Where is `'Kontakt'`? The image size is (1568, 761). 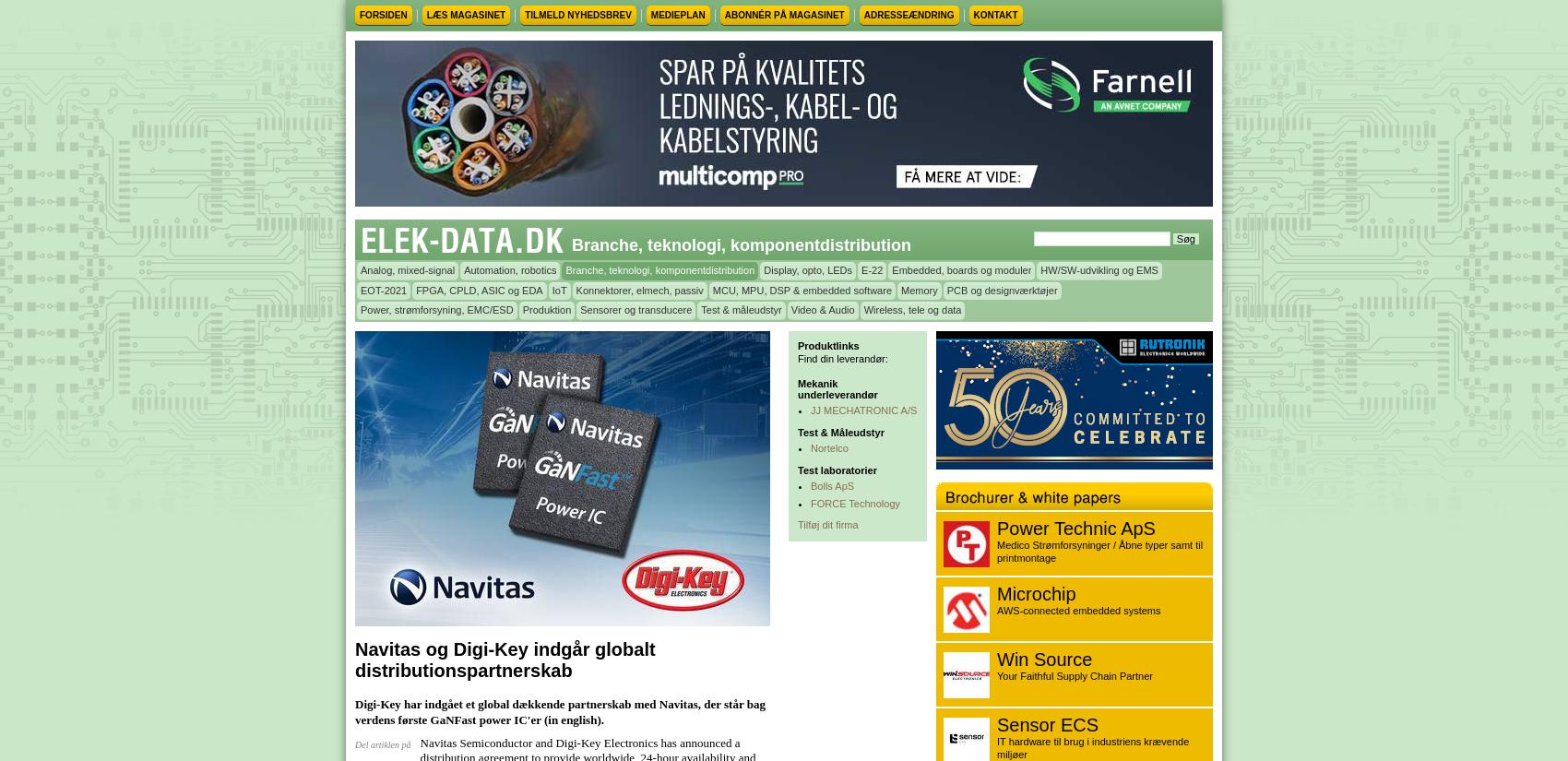
'Kontakt' is located at coordinates (972, 14).